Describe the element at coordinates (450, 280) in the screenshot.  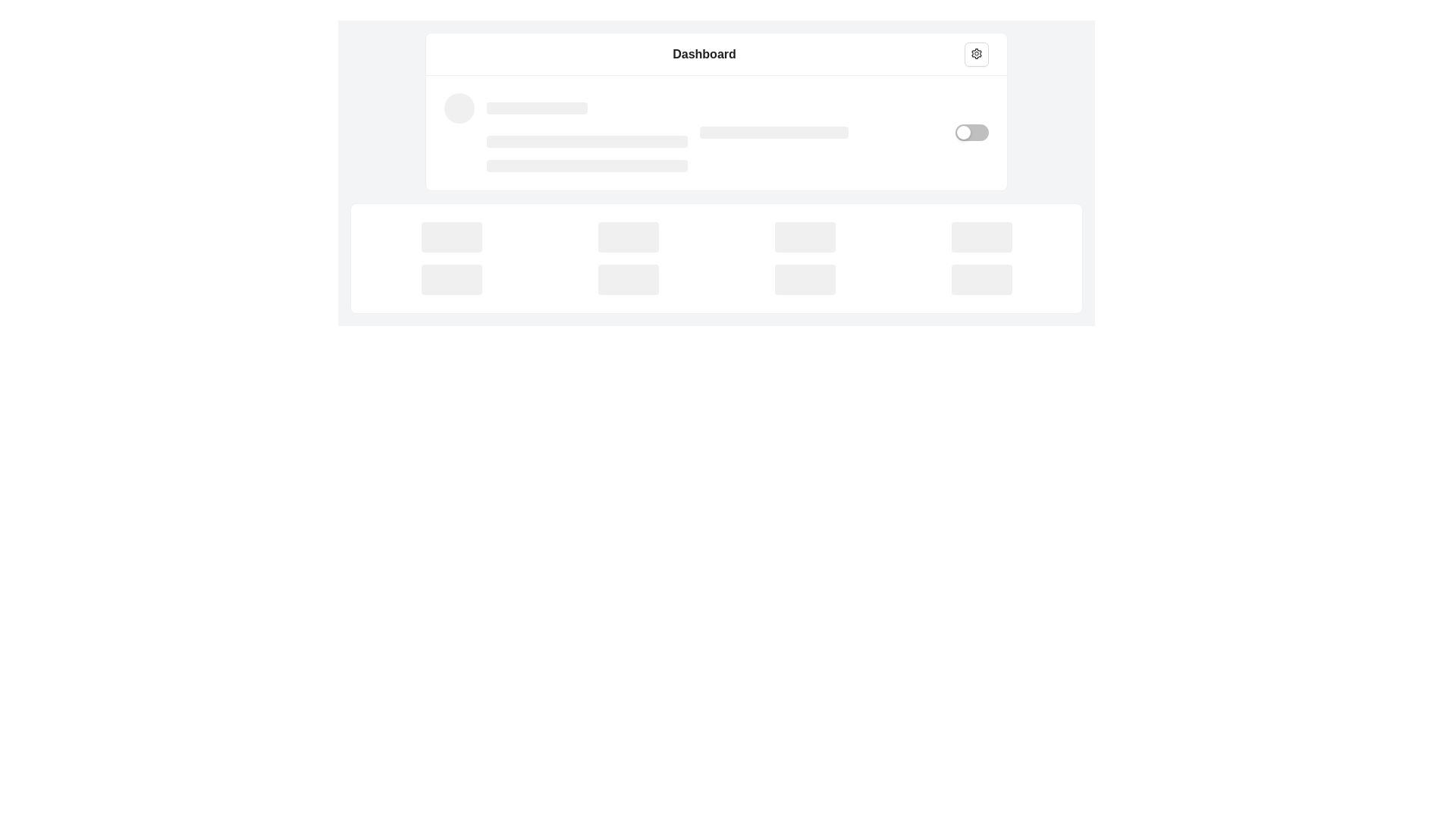
I see `the skeleton-like placeholder component, which is a light gray rectangular shape indicating an inactive or loading state, located in the second row, first column of a grid layout` at that location.